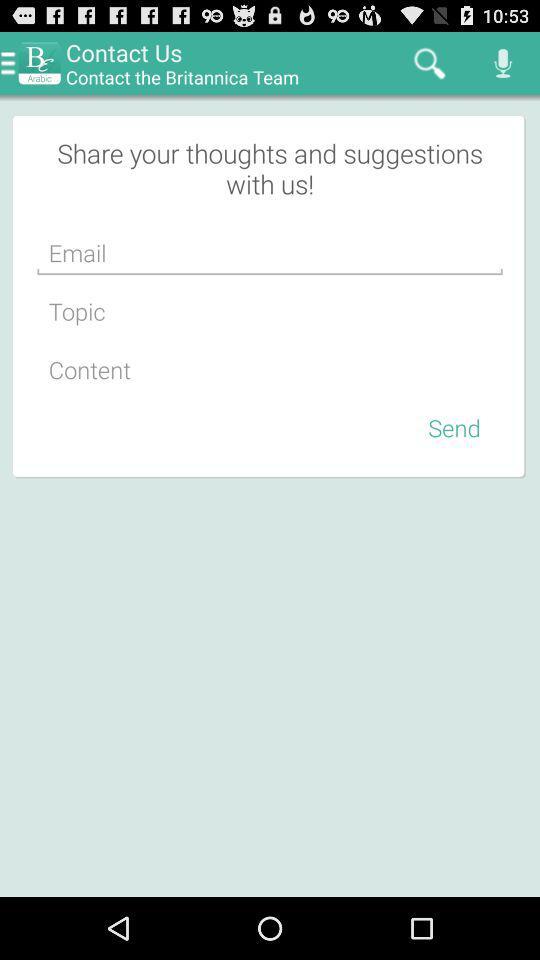 The width and height of the screenshot is (540, 960). I want to click on item next to the contact the britannica app, so click(428, 62).